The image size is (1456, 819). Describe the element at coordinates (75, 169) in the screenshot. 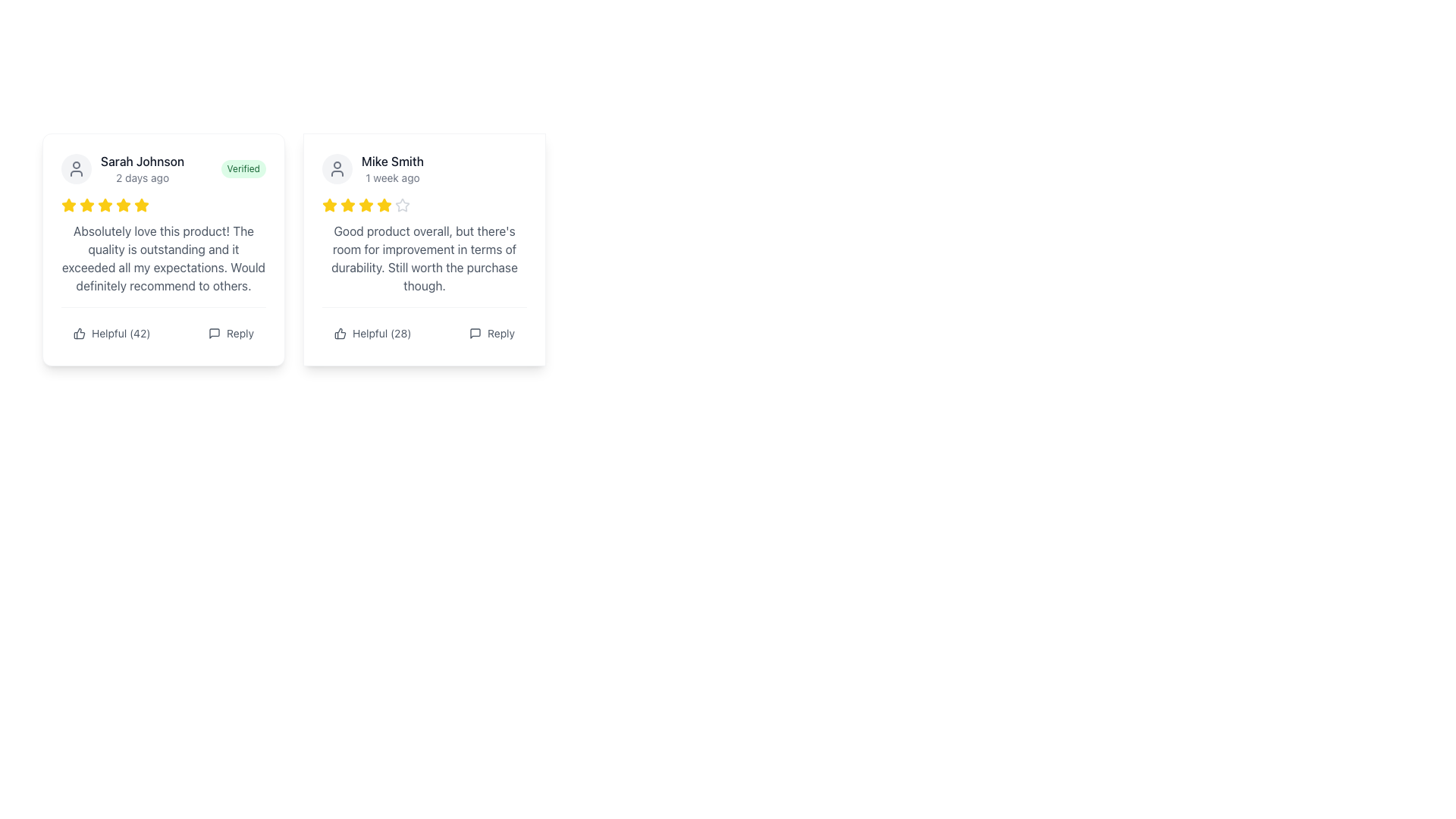

I see `the user profile picture icon located in the top-left corner of the left review card by moving the cursor to its center point` at that location.